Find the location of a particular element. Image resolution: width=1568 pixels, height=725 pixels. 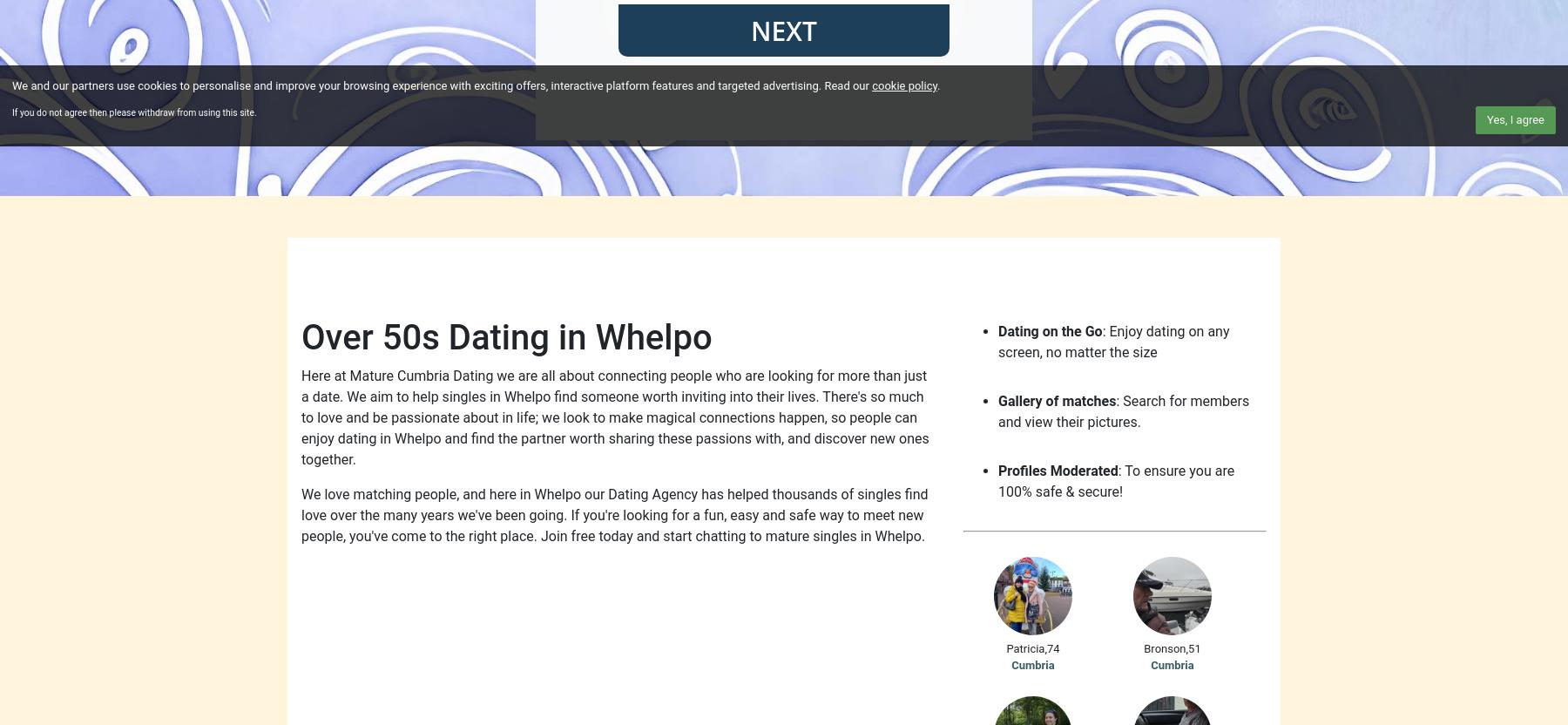

': Search for members and view their pictures.' is located at coordinates (1124, 410).